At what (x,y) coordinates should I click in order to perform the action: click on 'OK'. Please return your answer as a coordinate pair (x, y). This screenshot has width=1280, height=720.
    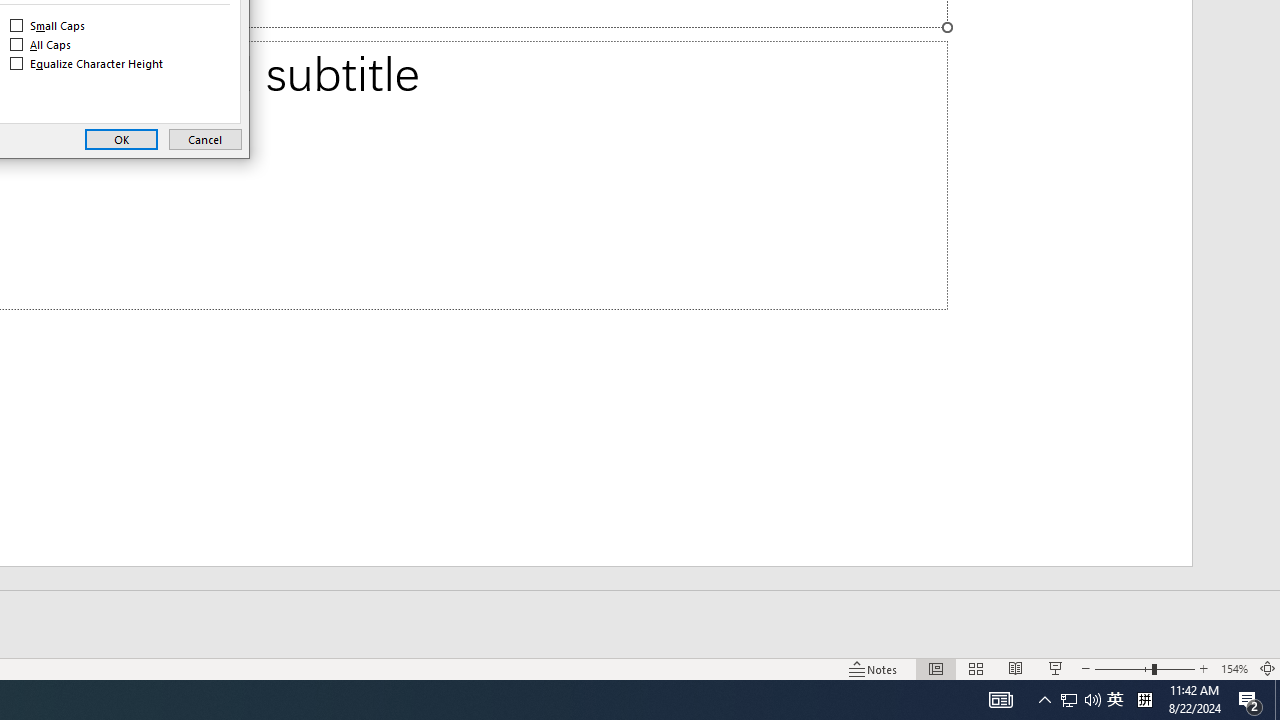
    Looking at the image, I should click on (120, 138).